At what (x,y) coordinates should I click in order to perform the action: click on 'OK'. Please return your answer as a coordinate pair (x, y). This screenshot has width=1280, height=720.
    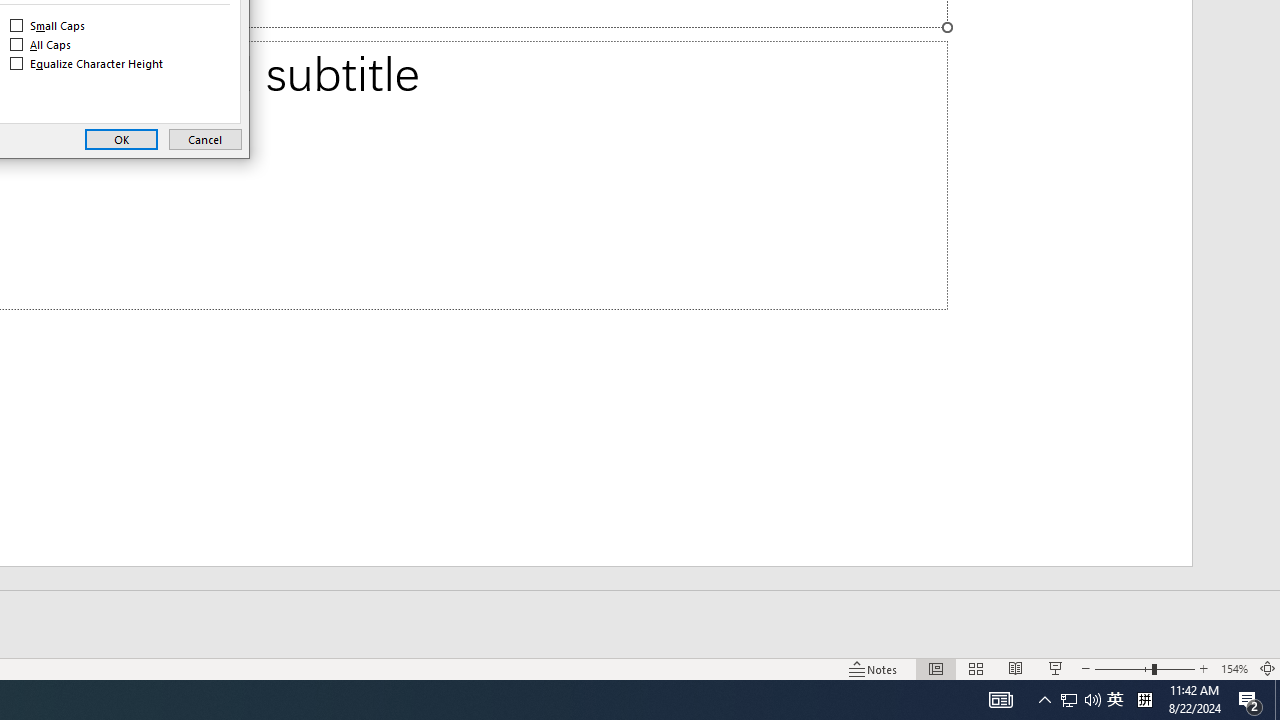
    Looking at the image, I should click on (120, 138).